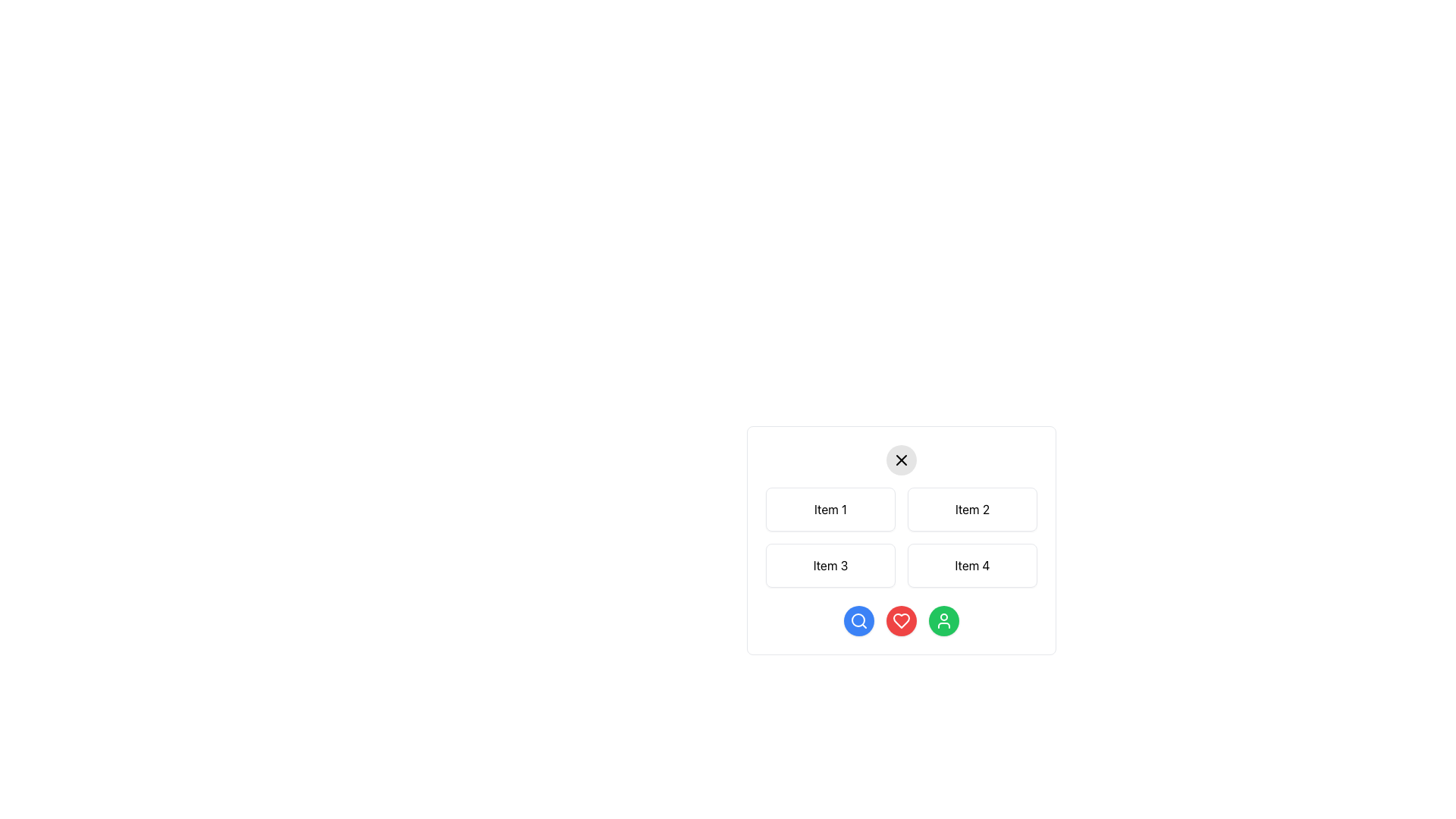 This screenshot has height=819, width=1456. Describe the element at coordinates (902, 459) in the screenshot. I see `the Close Icon located at the top center of the interface` at that location.